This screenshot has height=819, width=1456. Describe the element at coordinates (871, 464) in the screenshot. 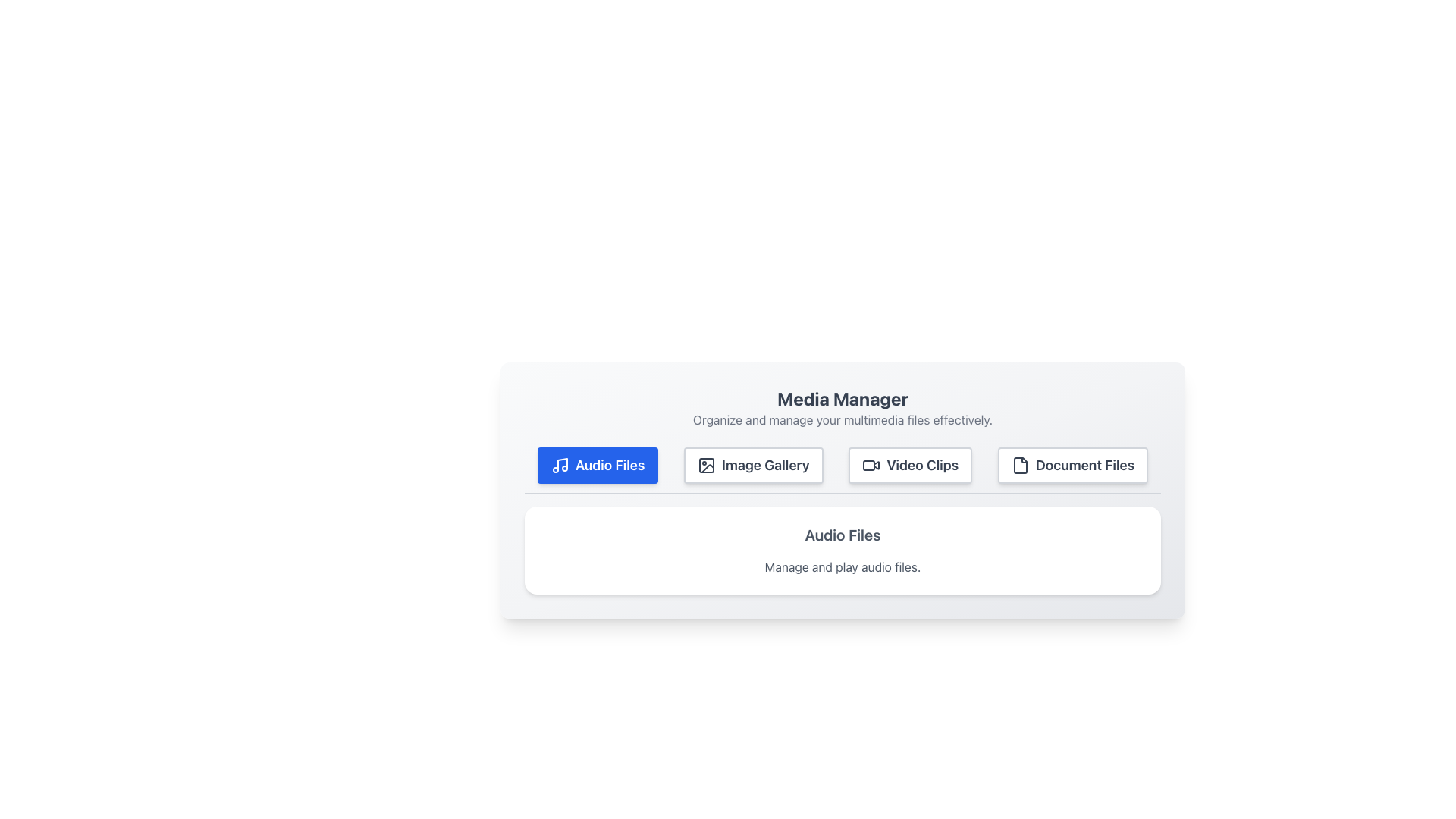

I see `the video camera icon, which is part of the 'Video Clips' button located under the 'Media Manager' heading` at that location.